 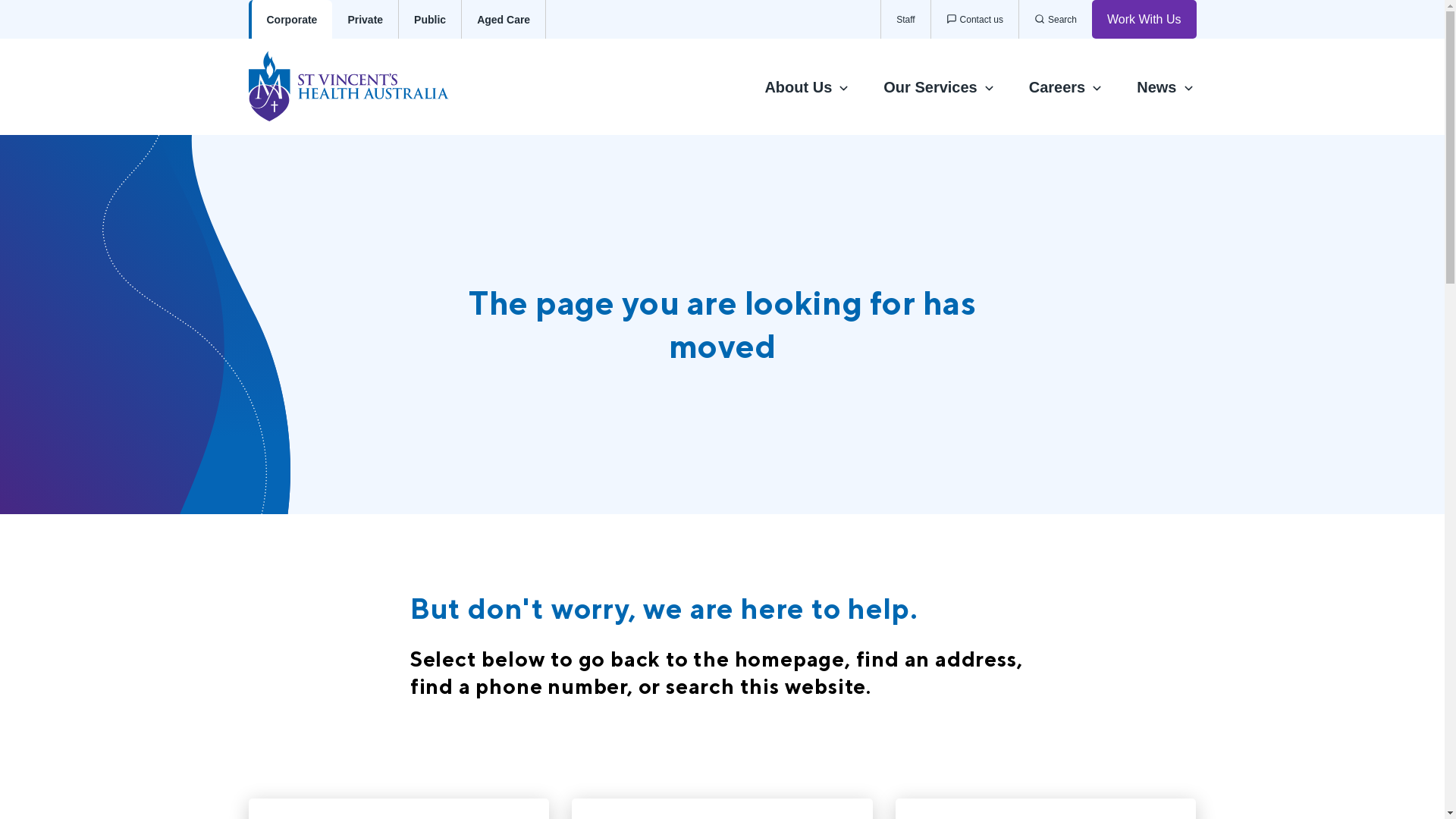 I want to click on 'Our Services', so click(x=938, y=86).